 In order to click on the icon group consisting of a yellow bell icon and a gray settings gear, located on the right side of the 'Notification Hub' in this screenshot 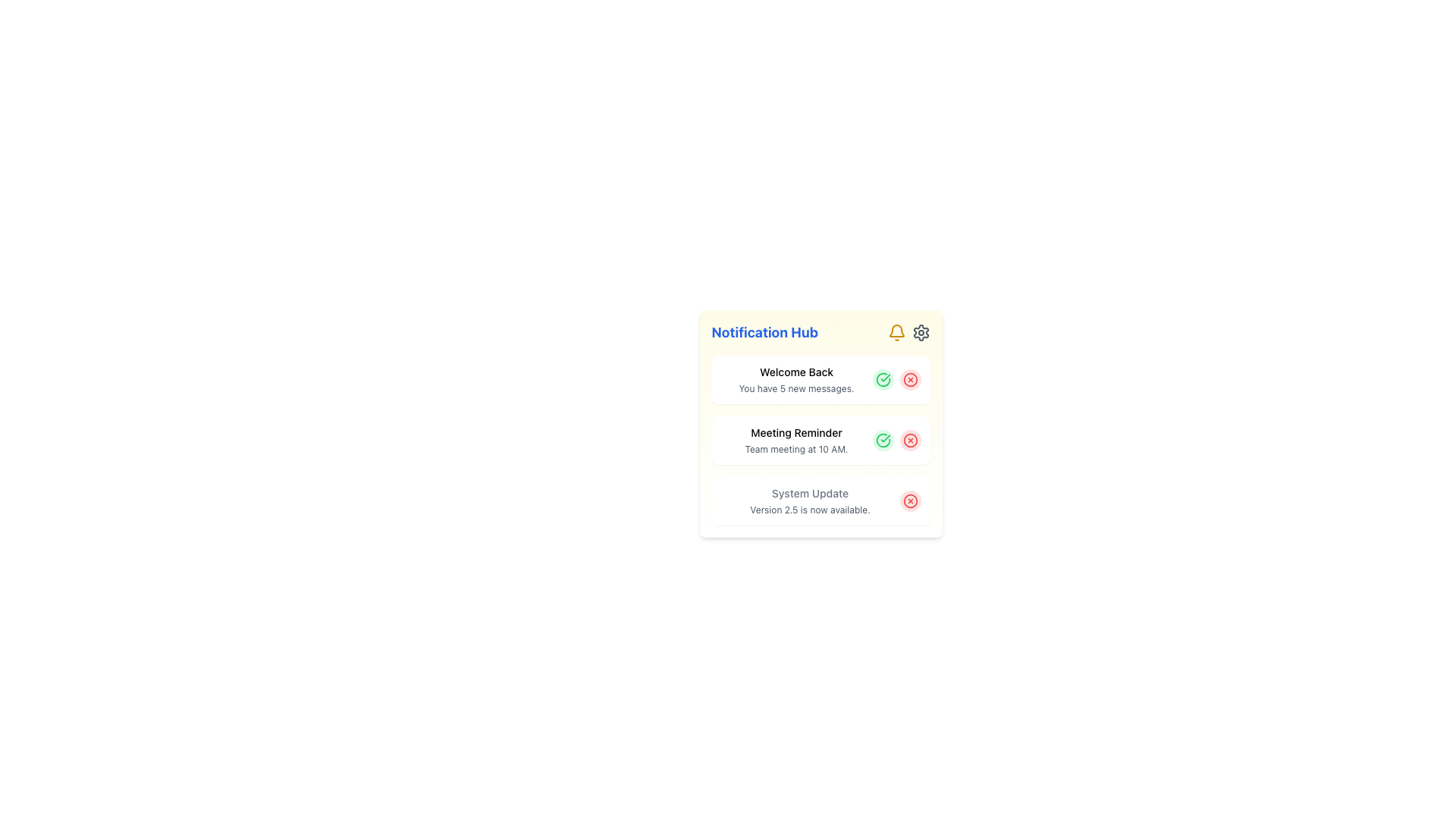, I will do `click(908, 332)`.